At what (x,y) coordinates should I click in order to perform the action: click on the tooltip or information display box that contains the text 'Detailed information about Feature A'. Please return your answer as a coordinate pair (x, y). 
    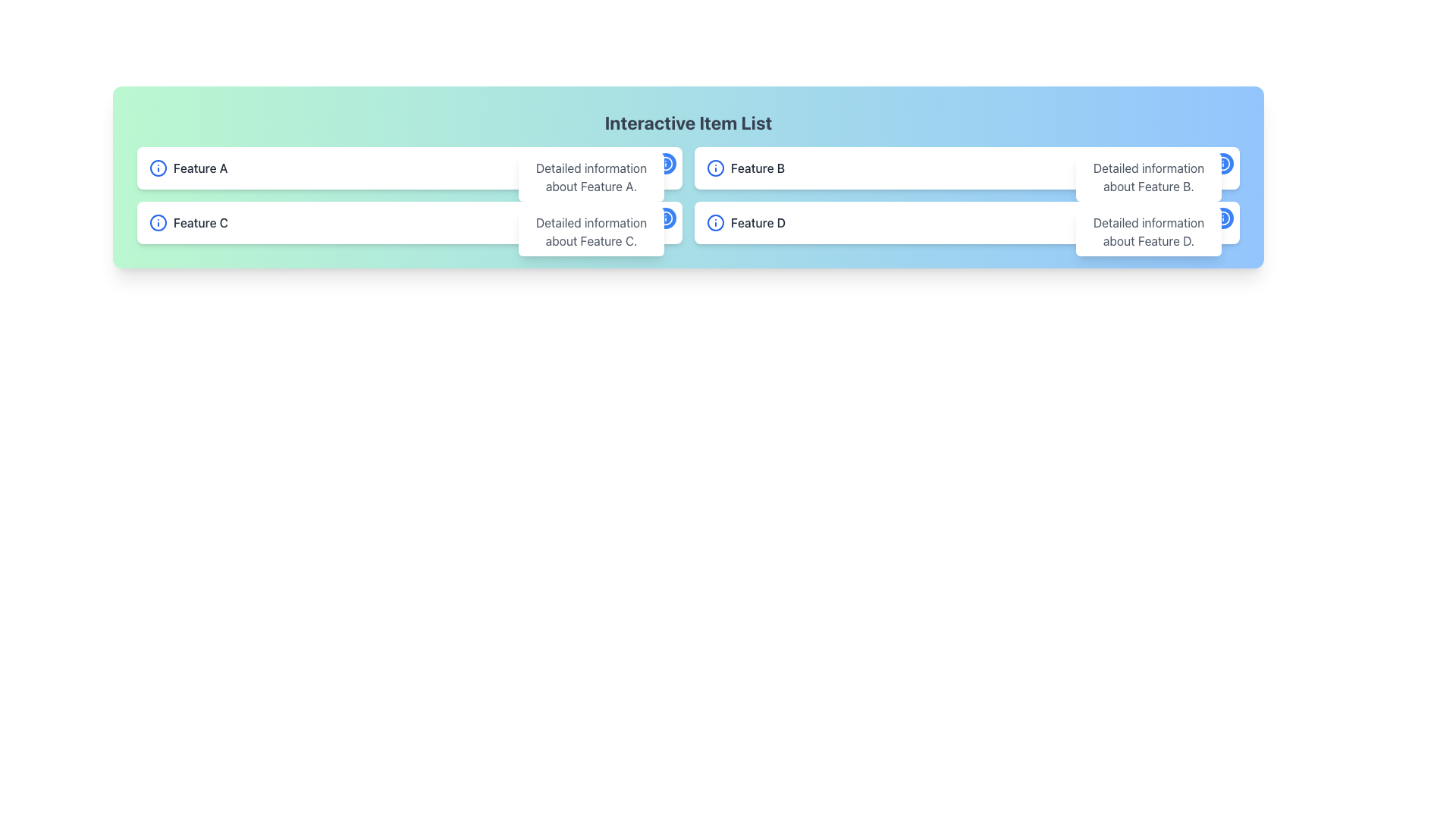
    Looking at the image, I should click on (590, 177).